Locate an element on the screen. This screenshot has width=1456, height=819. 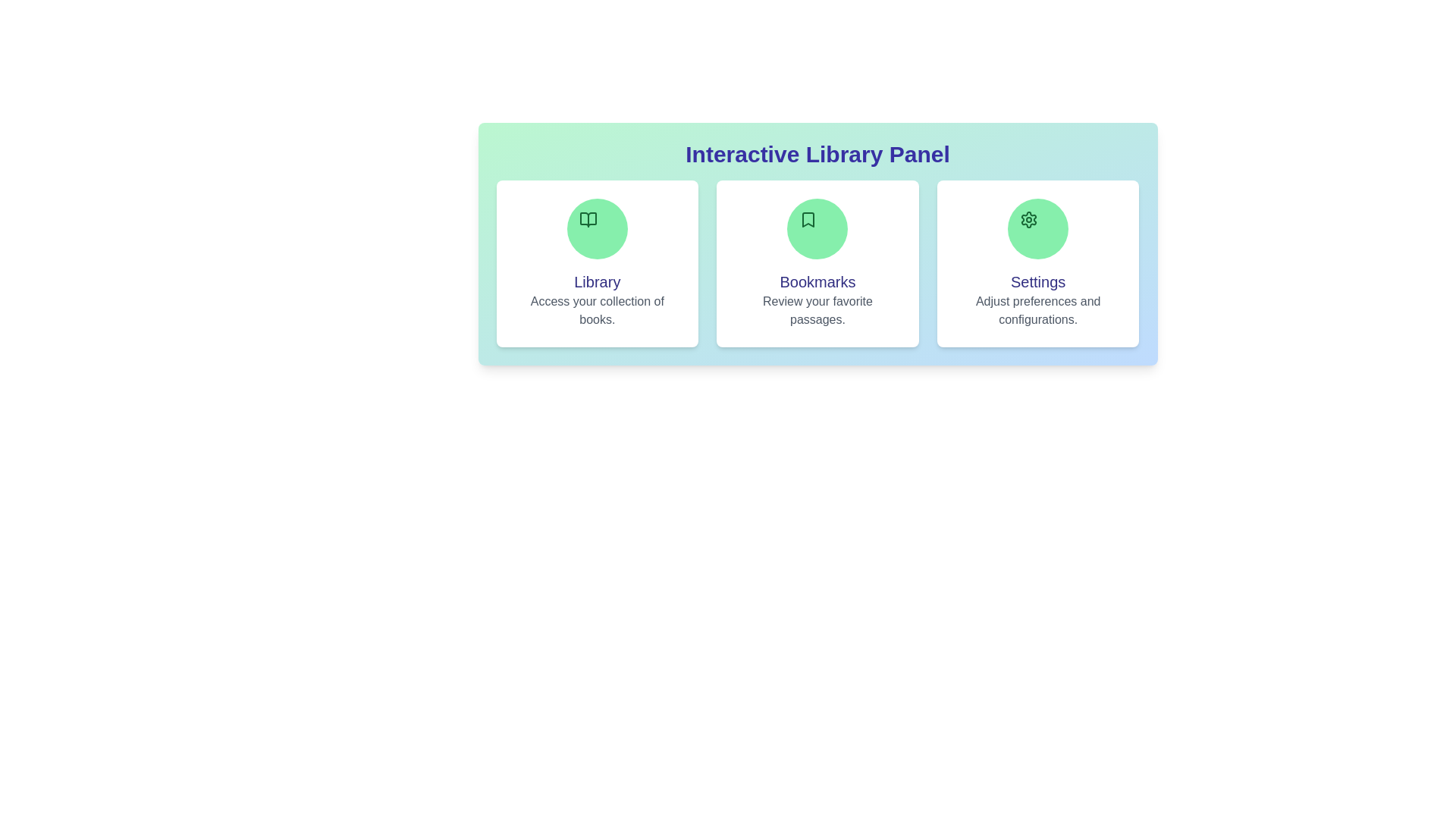
the card representing the Bookmarks section is located at coordinates (817, 262).